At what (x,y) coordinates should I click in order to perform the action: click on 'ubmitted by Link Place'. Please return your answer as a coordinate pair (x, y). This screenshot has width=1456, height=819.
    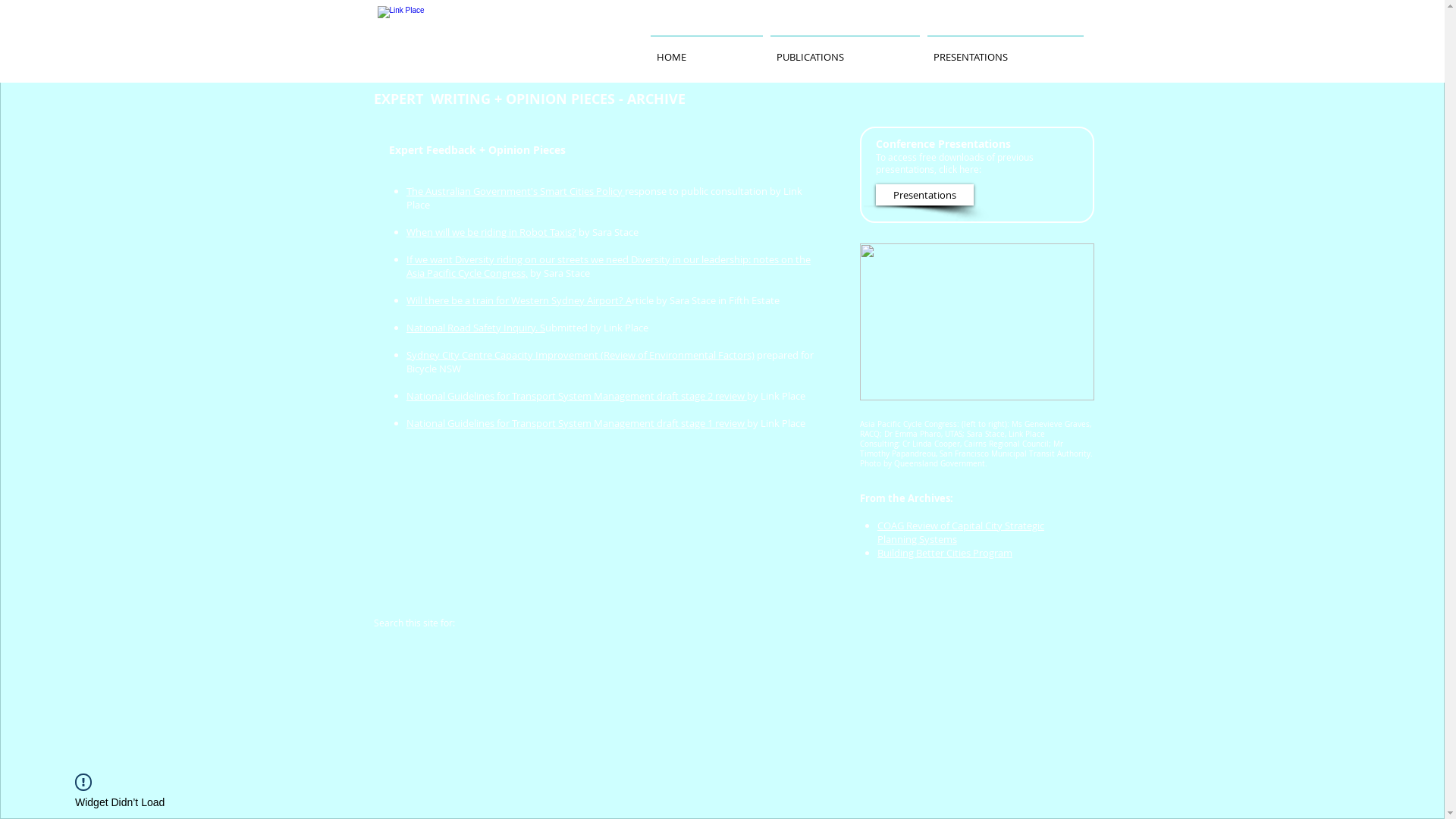
    Looking at the image, I should click on (596, 327).